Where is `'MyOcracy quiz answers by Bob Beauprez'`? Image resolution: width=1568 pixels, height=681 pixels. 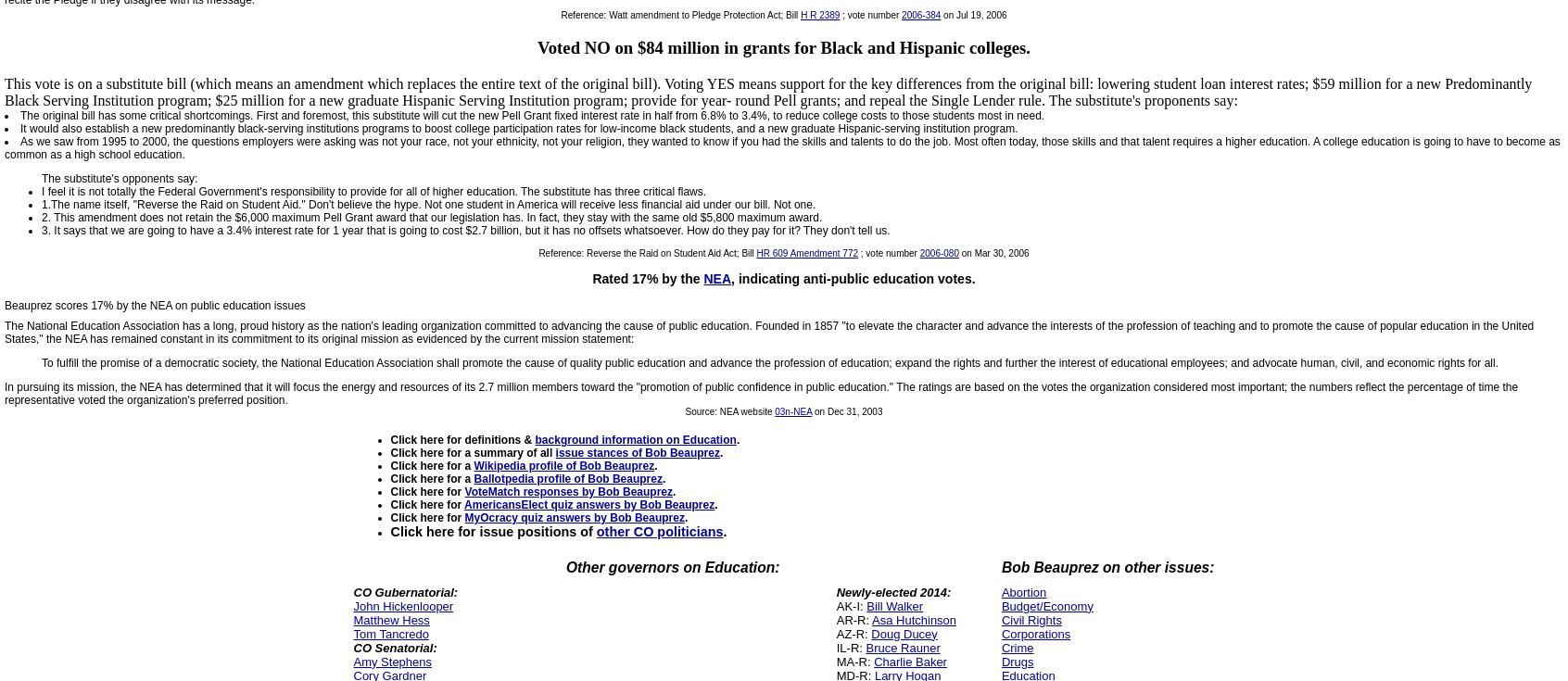 'MyOcracy quiz answers by Bob Beauprez' is located at coordinates (573, 516).